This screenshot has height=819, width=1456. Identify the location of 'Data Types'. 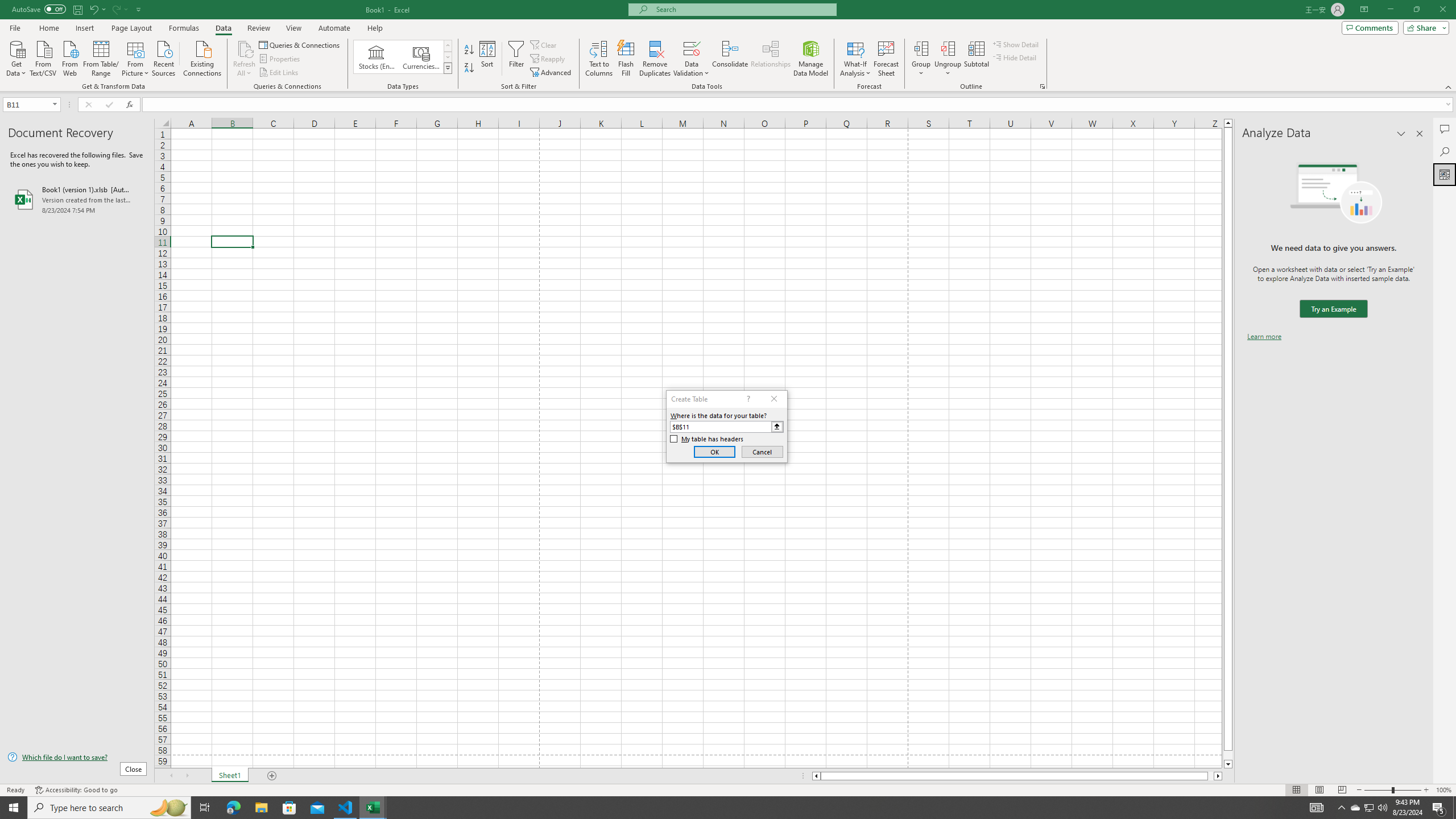
(448, 67).